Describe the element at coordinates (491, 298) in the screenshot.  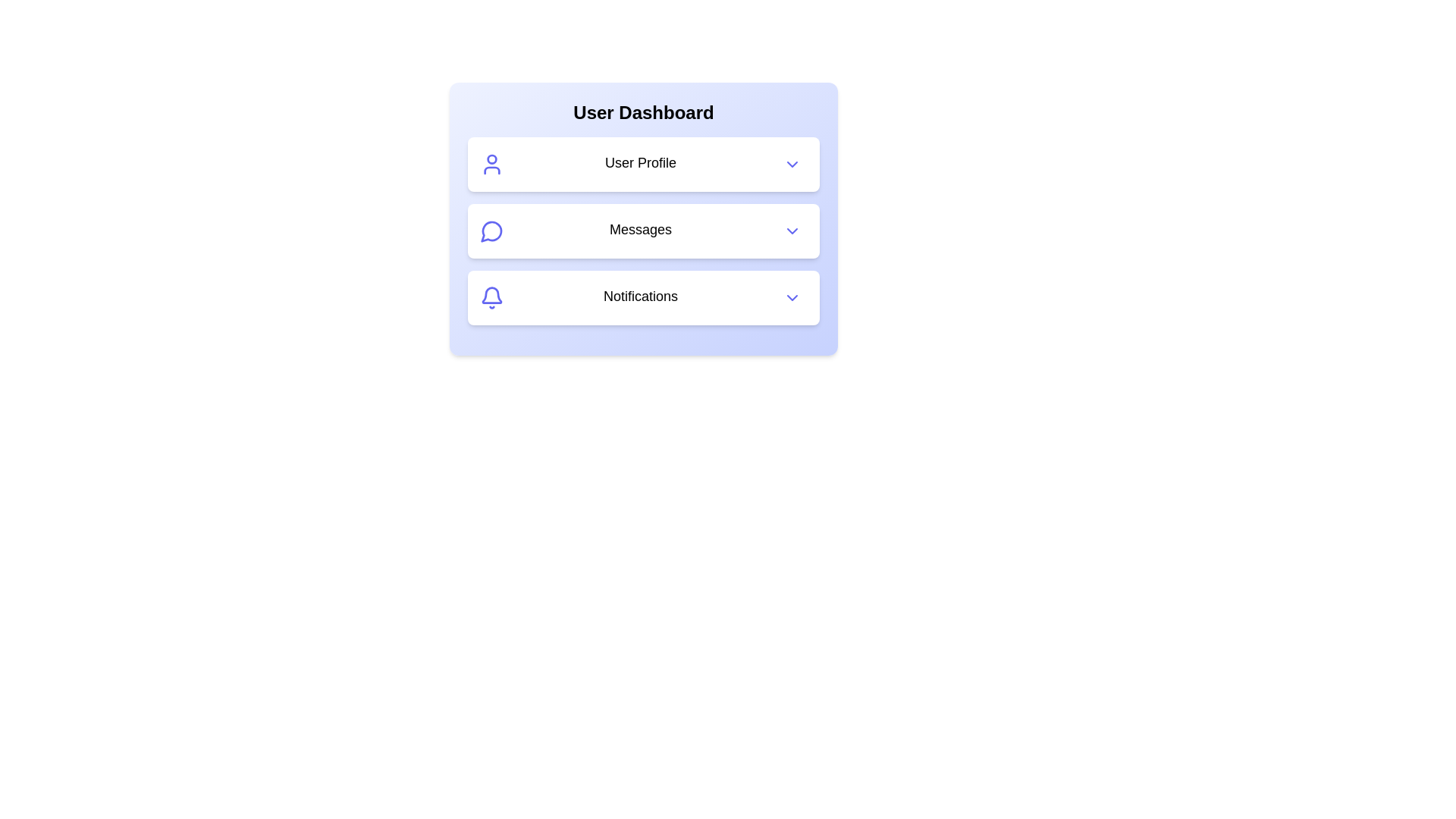
I see `the icon corresponding to Notifications` at that location.